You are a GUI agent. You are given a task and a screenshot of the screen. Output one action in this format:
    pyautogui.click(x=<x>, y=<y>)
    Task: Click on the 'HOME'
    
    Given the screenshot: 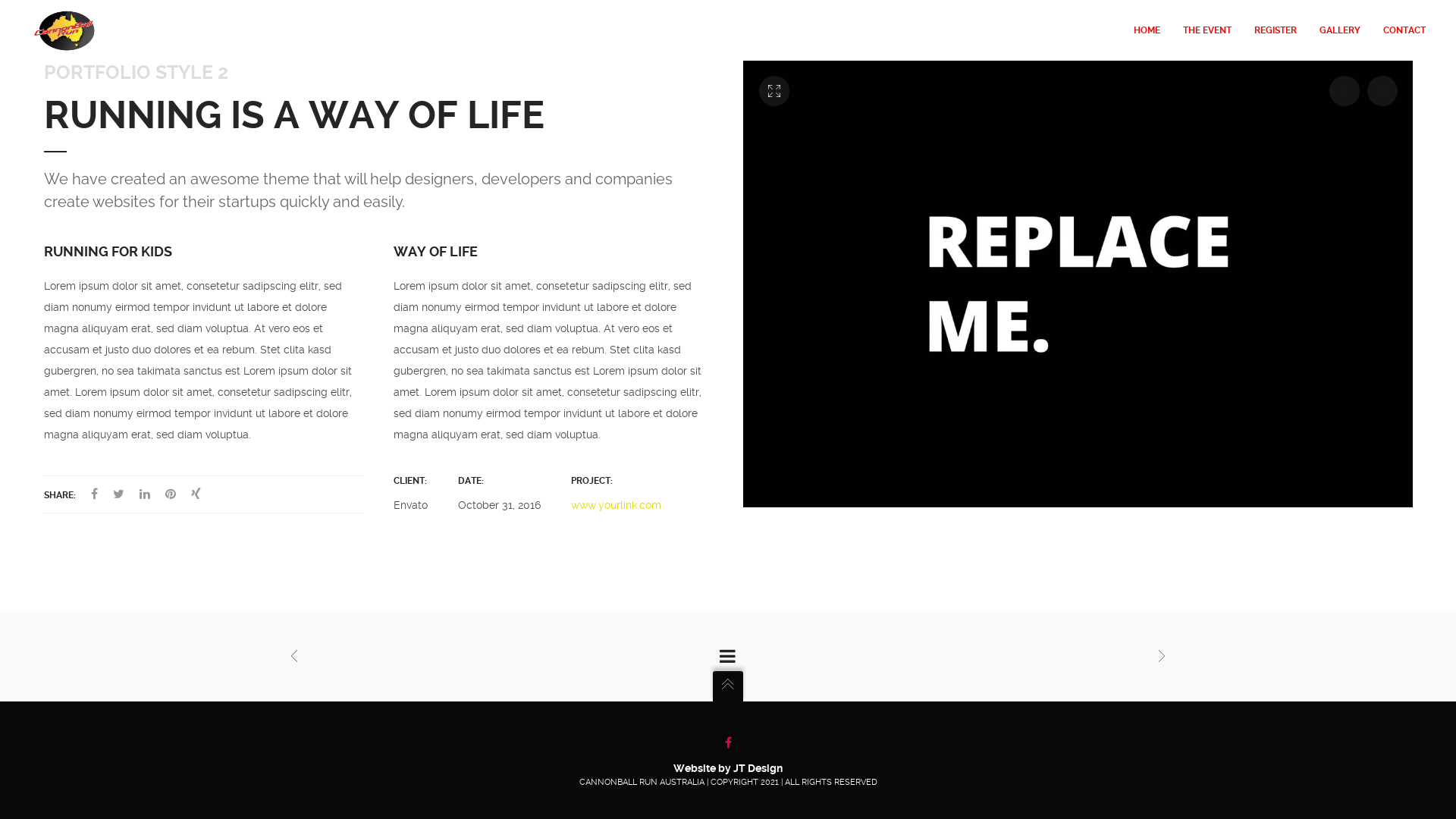 What is the action you would take?
    pyautogui.click(x=1147, y=30)
    